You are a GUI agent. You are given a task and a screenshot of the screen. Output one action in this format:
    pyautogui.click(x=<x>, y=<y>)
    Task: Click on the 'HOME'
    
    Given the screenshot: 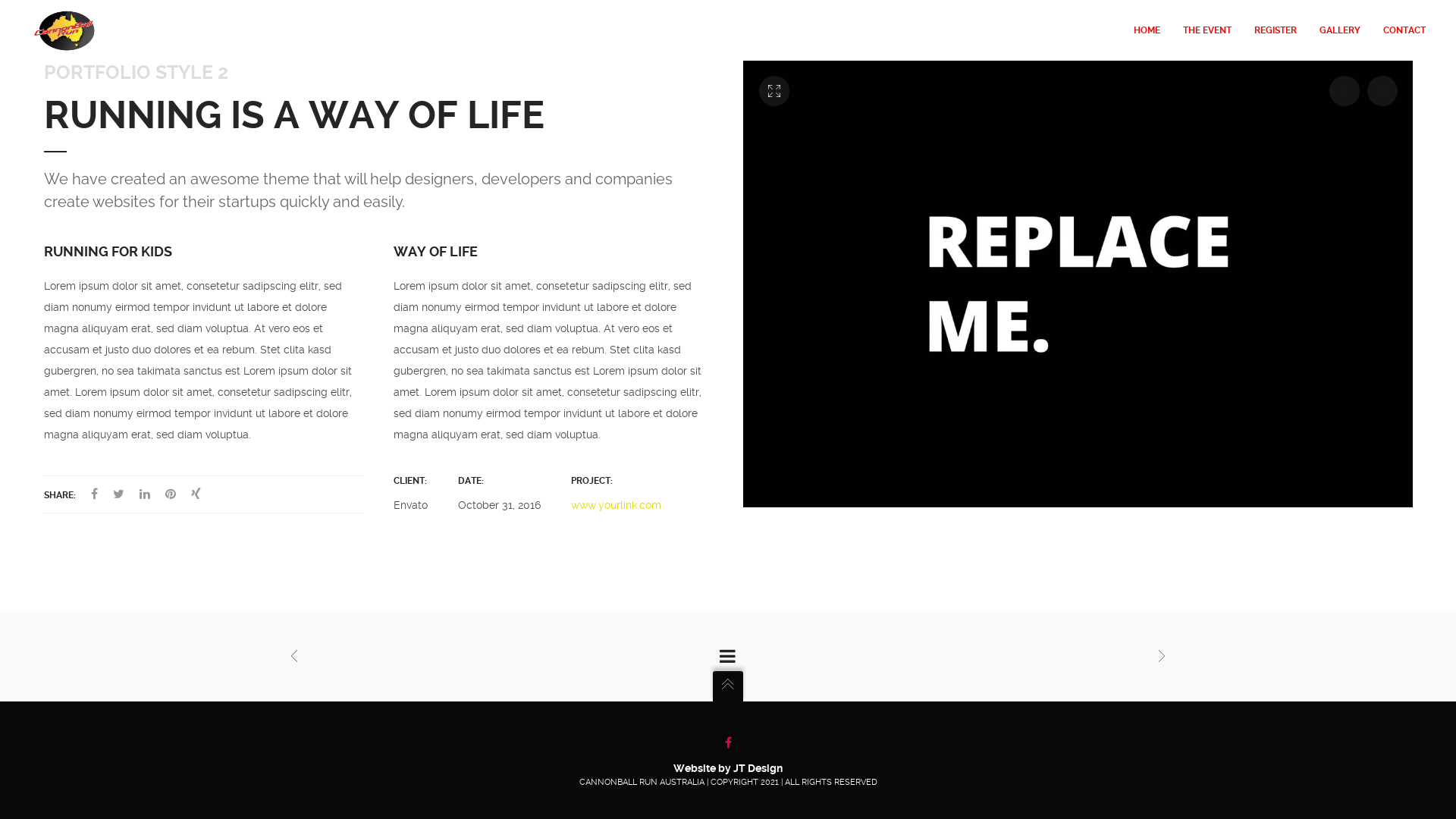 What is the action you would take?
    pyautogui.click(x=1147, y=30)
    